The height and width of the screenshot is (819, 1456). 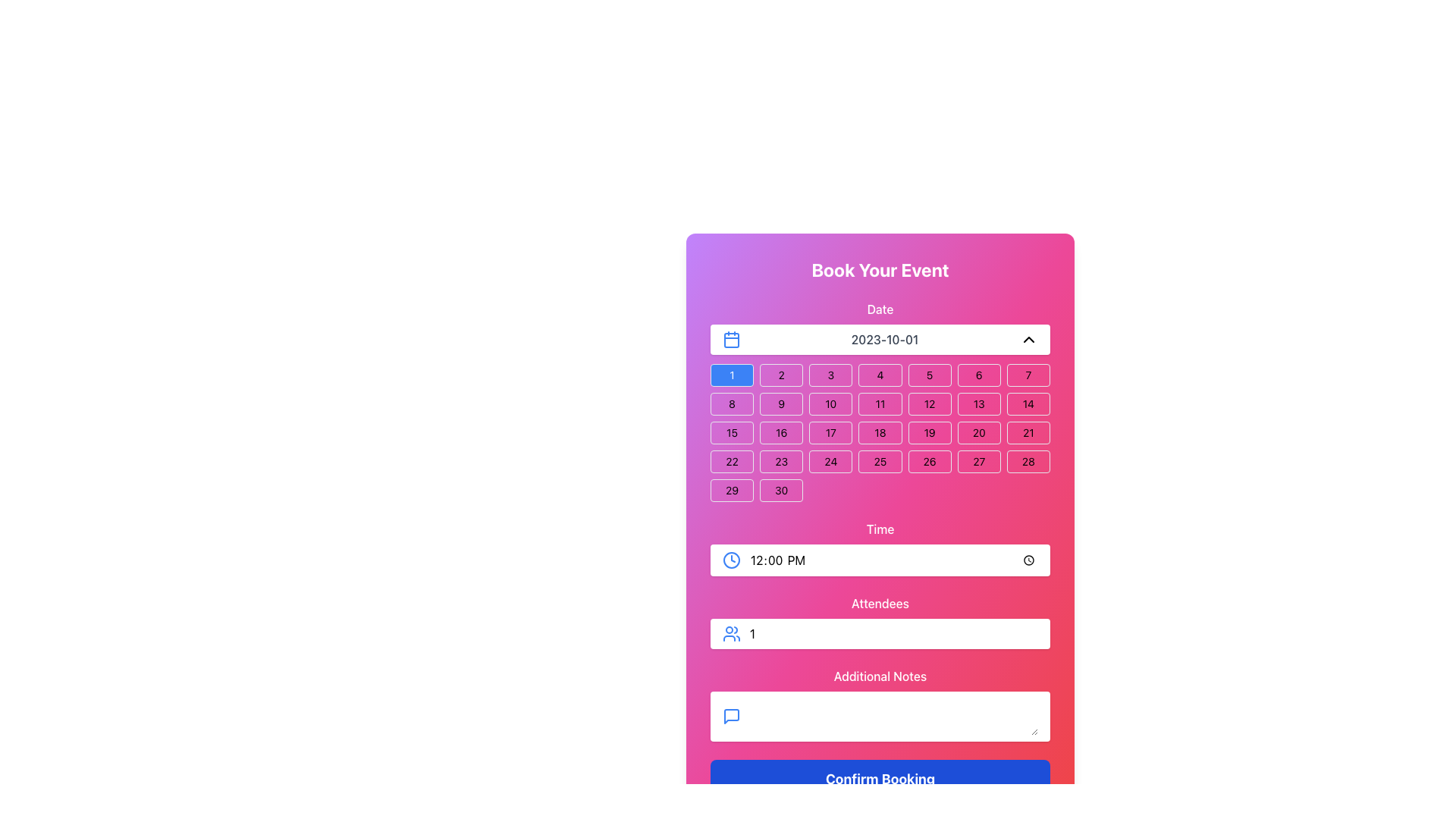 What do you see at coordinates (781, 375) in the screenshot?
I see `the button representing the 2nd day of the month` at bounding box center [781, 375].